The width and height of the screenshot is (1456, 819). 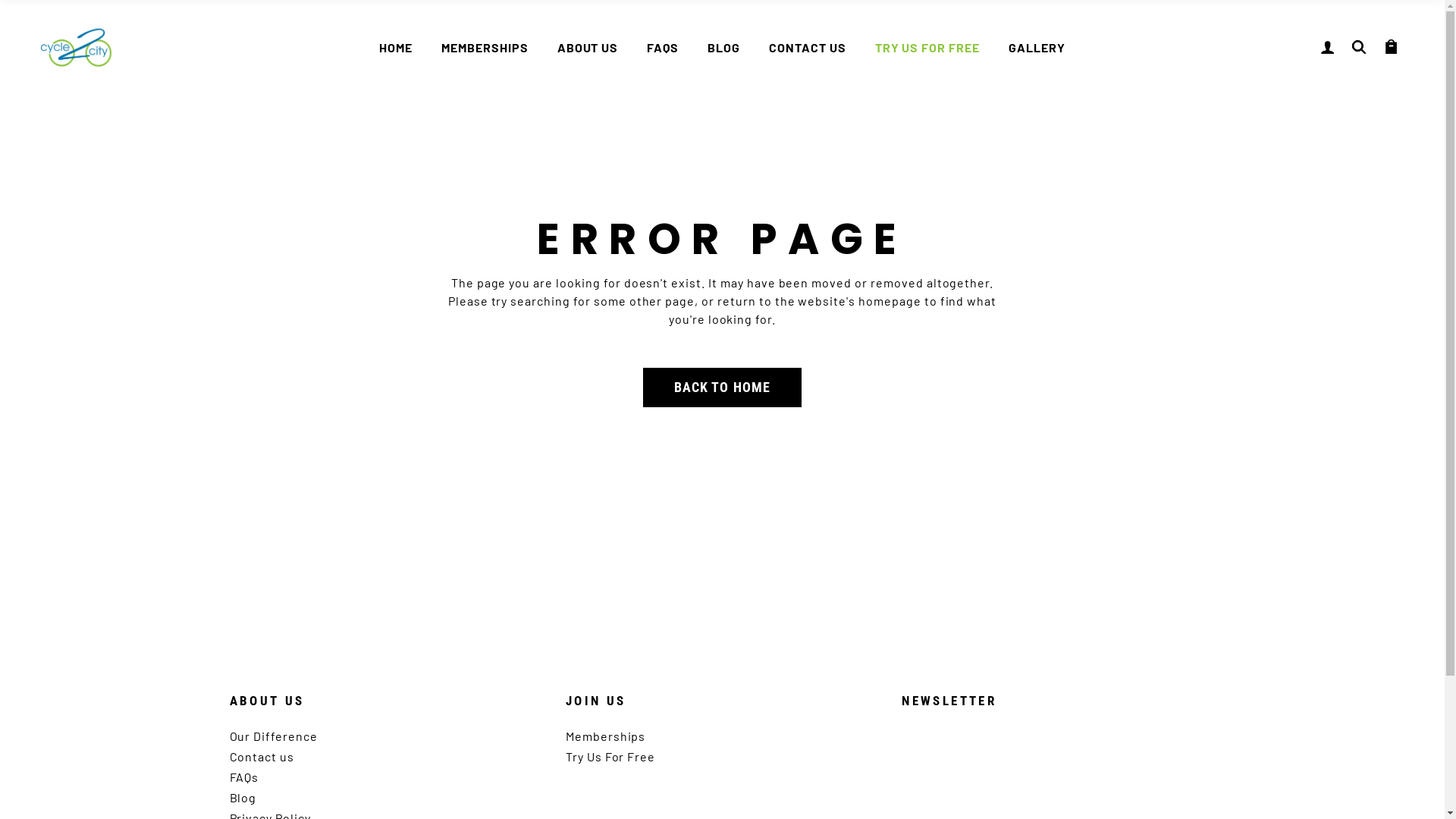 I want to click on 'Our Difference', so click(x=273, y=735).